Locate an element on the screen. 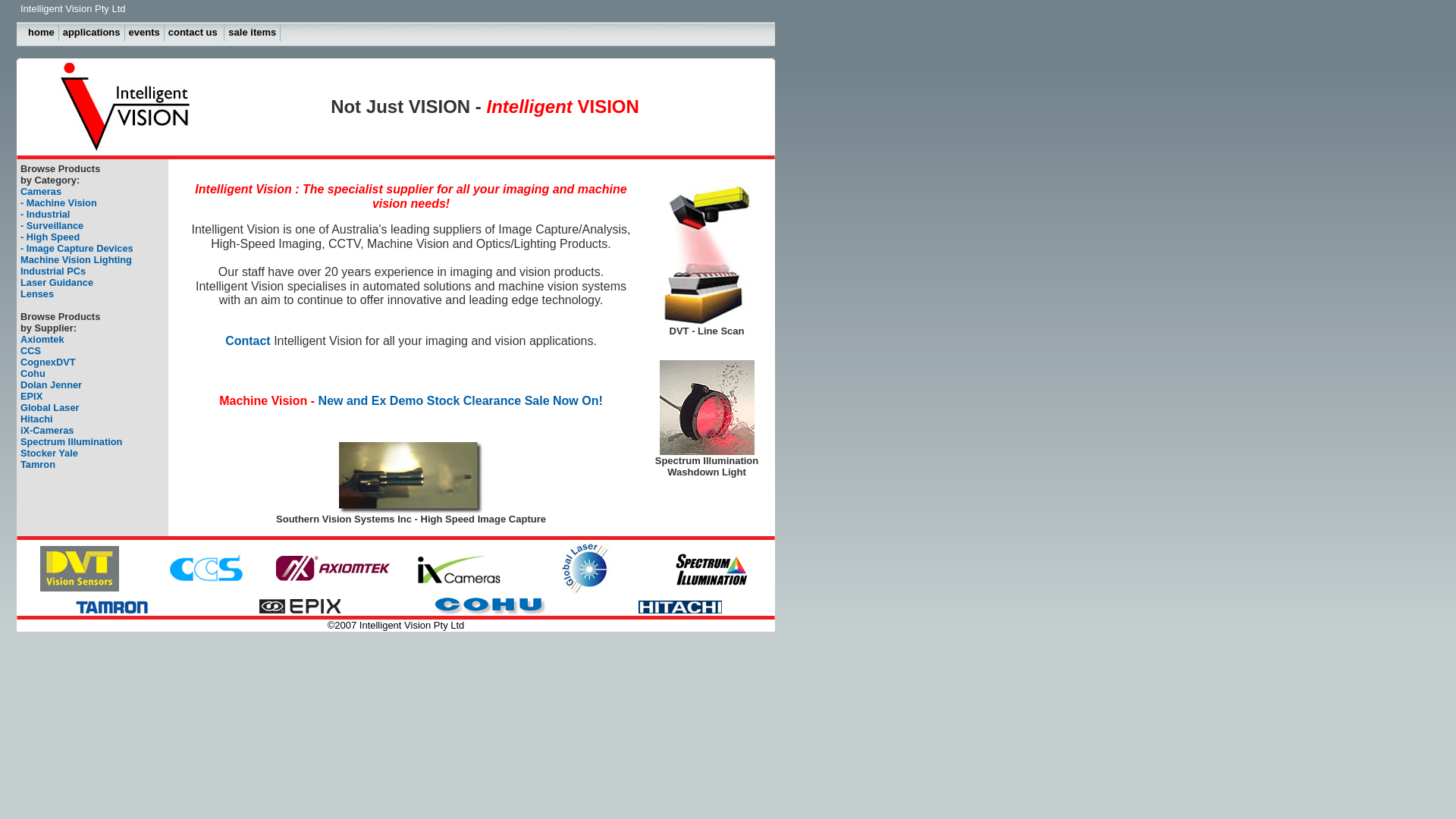 This screenshot has width=1456, height=819. 'Axiomtek' is located at coordinates (42, 338).